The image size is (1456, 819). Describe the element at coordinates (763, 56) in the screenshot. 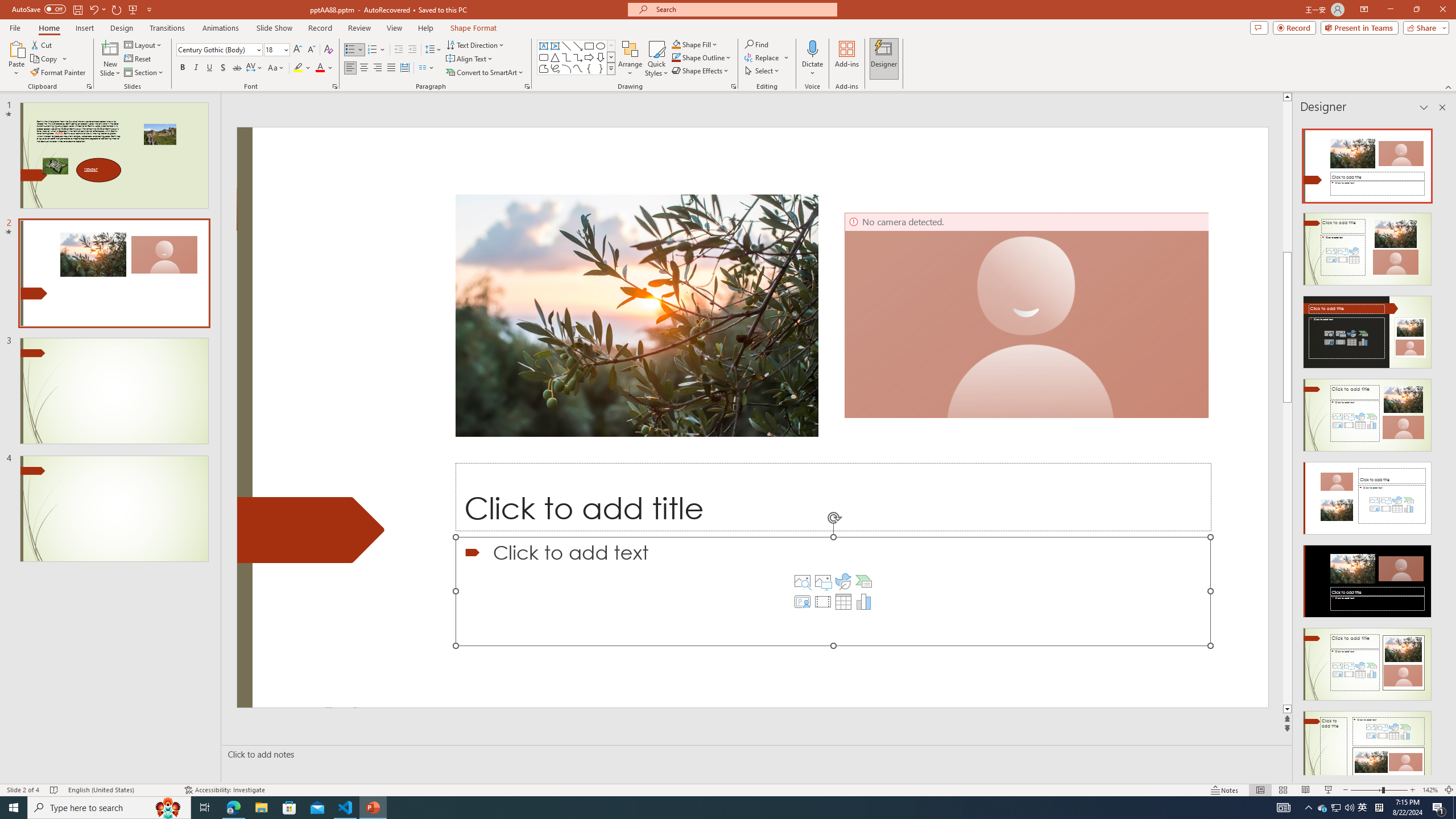

I see `'Replace...'` at that location.